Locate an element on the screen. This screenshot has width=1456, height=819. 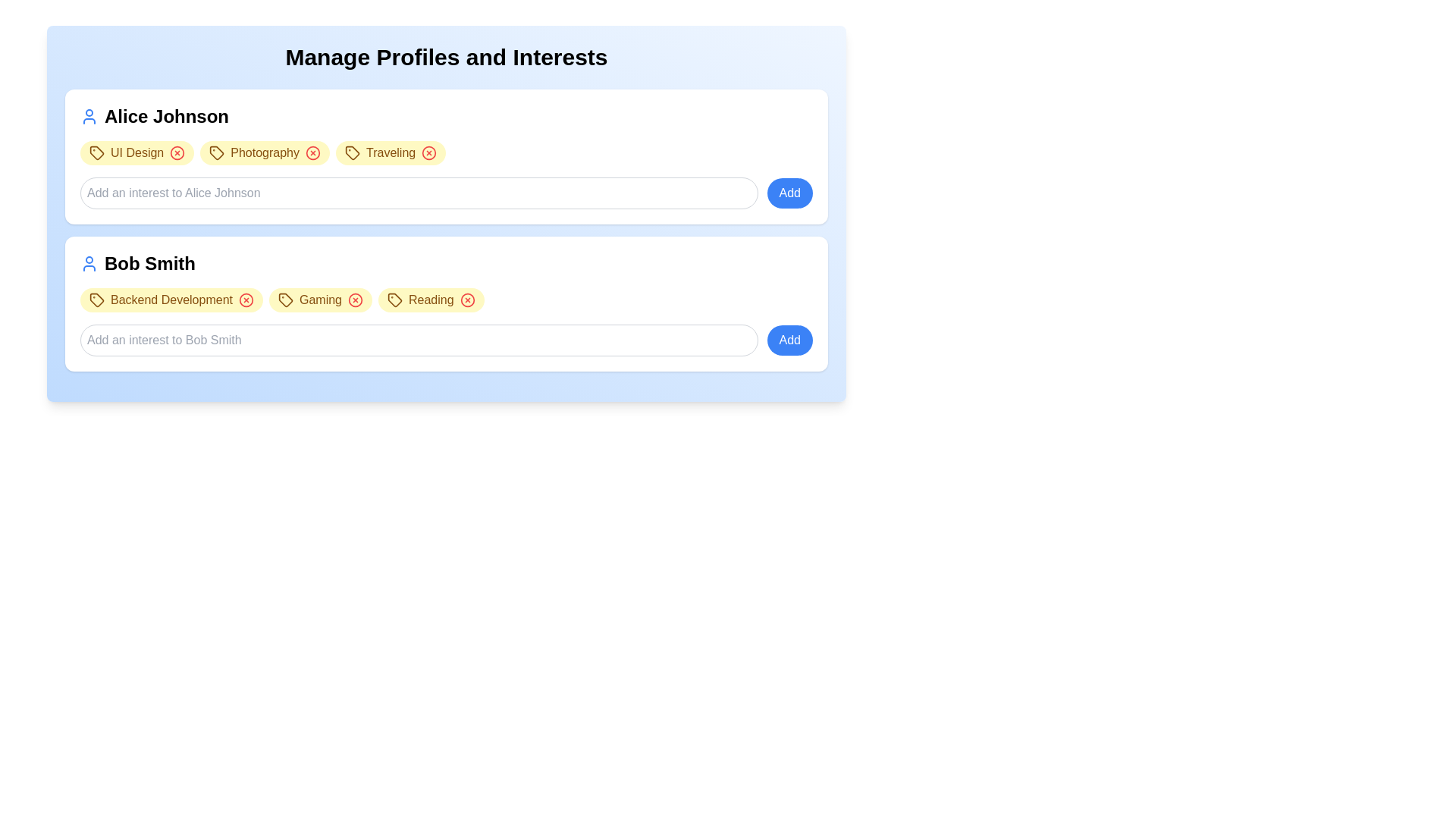
the submit button for adding an interest to Alice Johnson's profile, located at the right end of the input field labeled 'Add an interest to Alice Johnson' is located at coordinates (789, 192).